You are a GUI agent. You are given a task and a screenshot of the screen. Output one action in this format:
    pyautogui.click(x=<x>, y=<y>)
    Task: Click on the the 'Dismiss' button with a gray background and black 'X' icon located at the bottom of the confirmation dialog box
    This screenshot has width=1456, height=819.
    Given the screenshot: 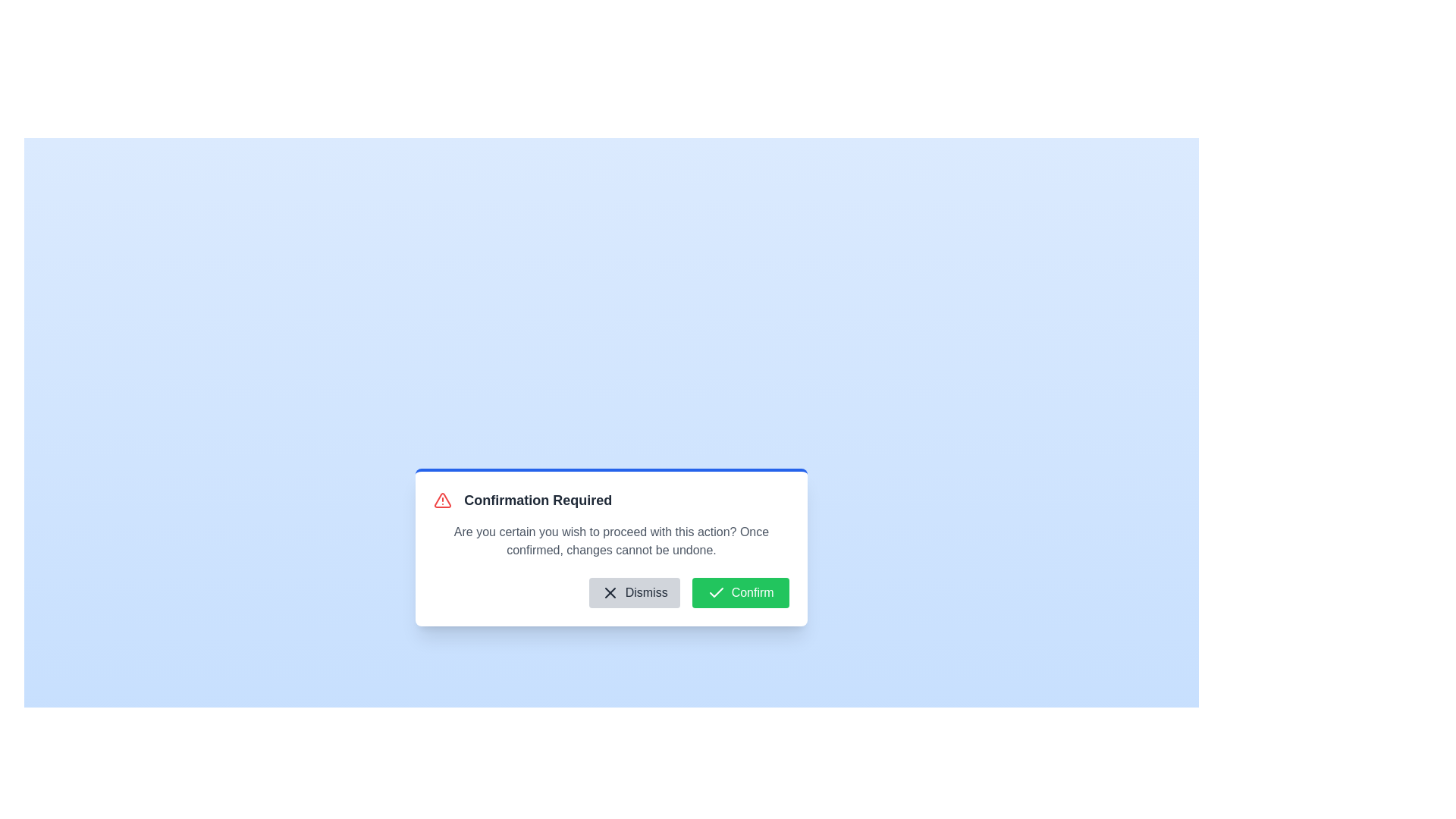 What is the action you would take?
    pyautogui.click(x=634, y=592)
    